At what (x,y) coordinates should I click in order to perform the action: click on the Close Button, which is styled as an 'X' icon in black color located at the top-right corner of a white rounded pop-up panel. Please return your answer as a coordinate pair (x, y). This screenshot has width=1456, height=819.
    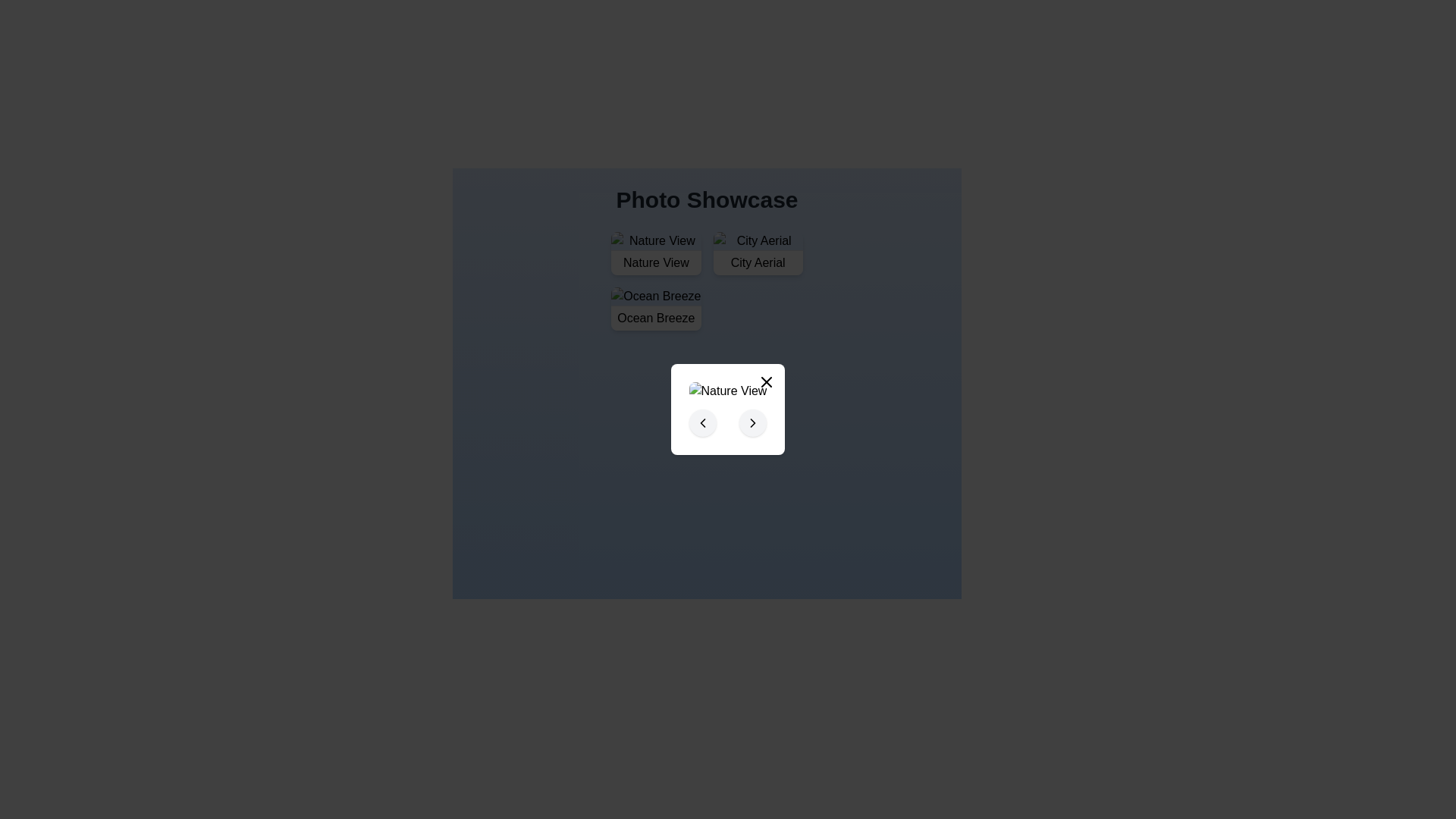
    Looking at the image, I should click on (767, 381).